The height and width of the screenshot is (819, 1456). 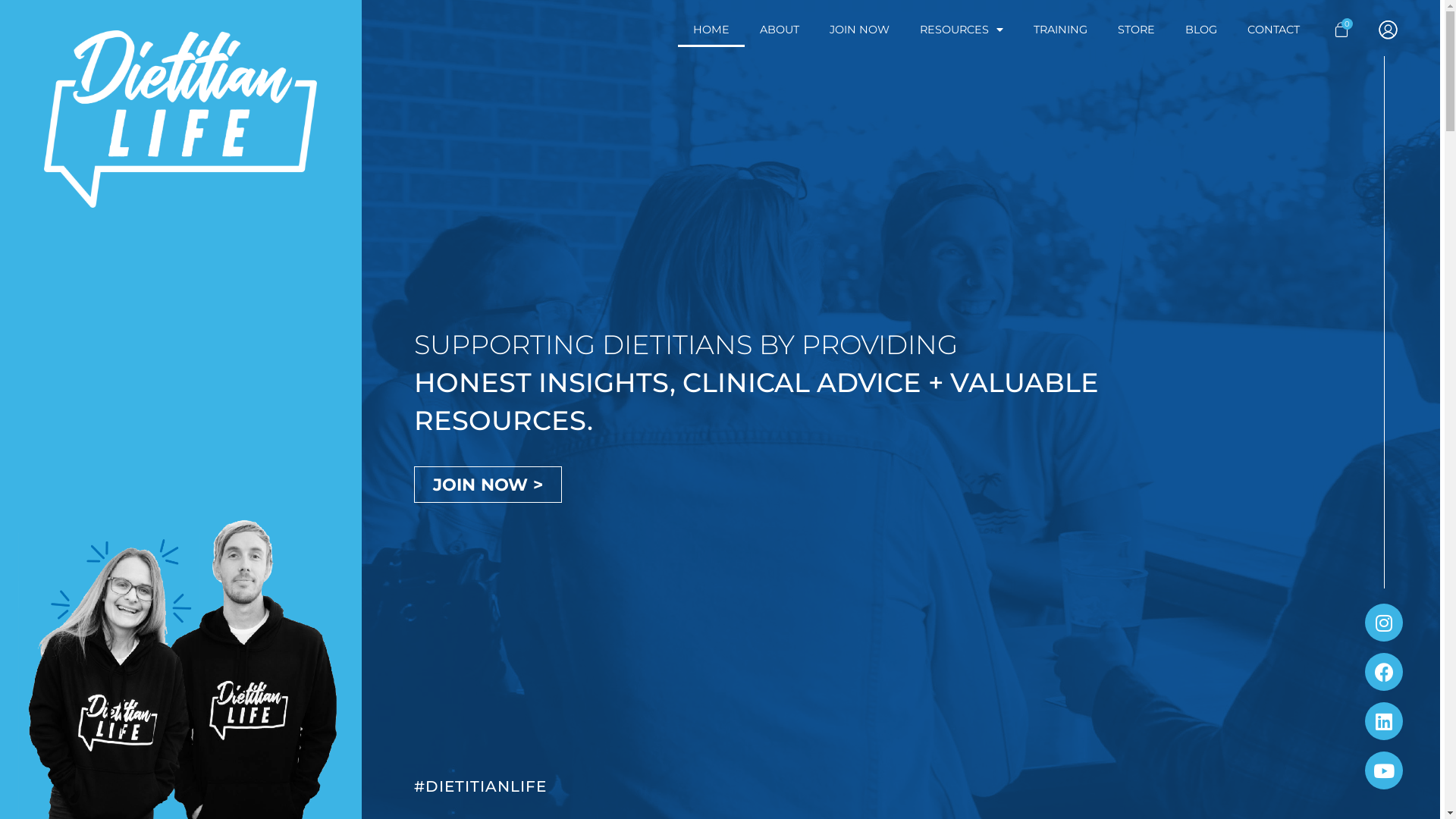 What do you see at coordinates (1273, 29) in the screenshot?
I see `'CONTACT'` at bounding box center [1273, 29].